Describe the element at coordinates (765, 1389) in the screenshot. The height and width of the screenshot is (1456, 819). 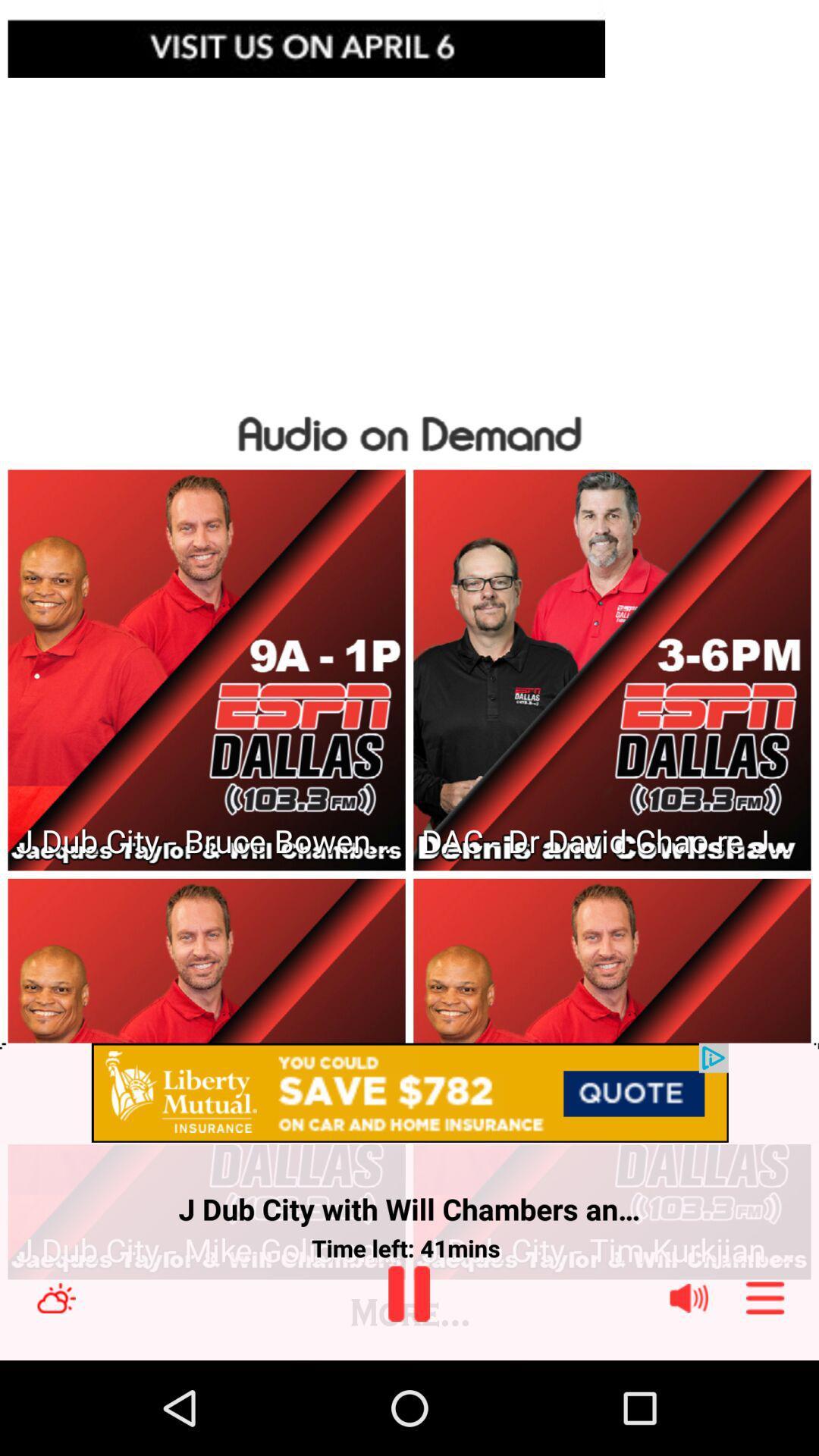
I see `the menu icon` at that location.